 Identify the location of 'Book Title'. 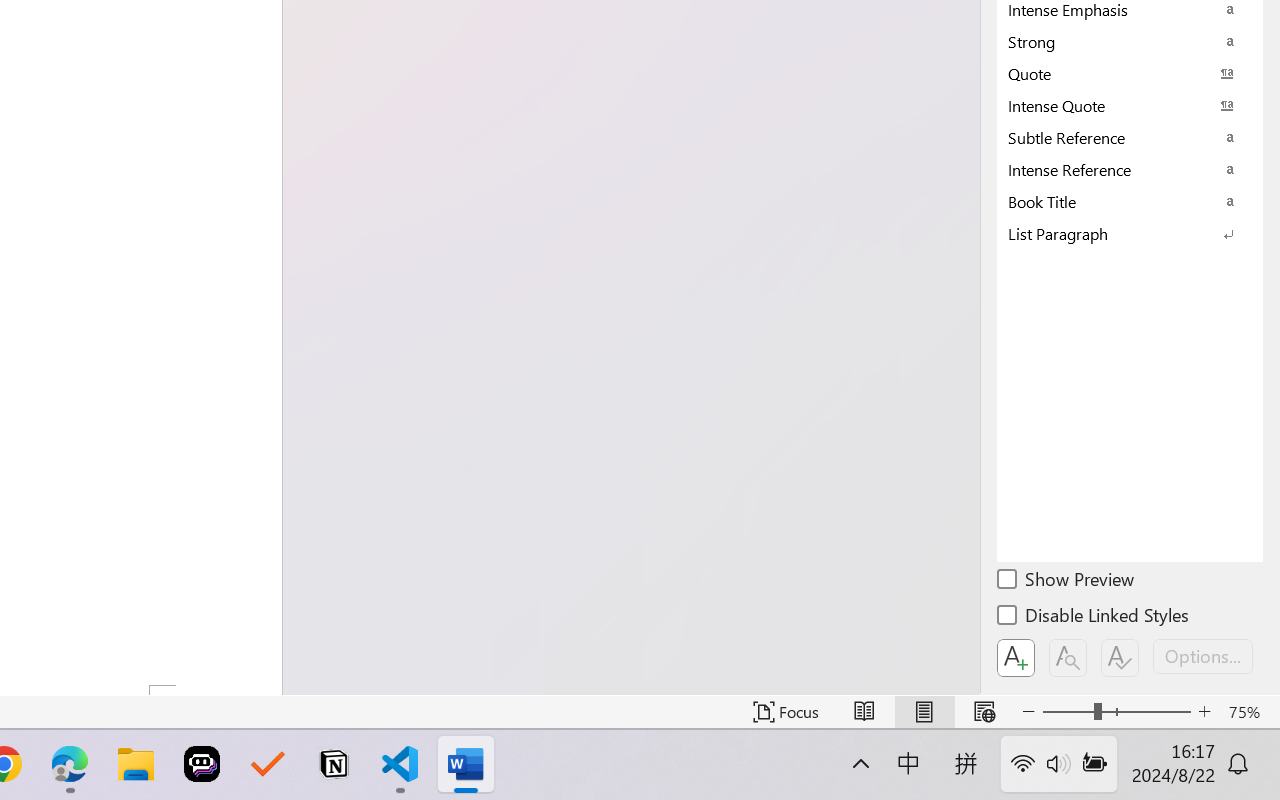
(1130, 201).